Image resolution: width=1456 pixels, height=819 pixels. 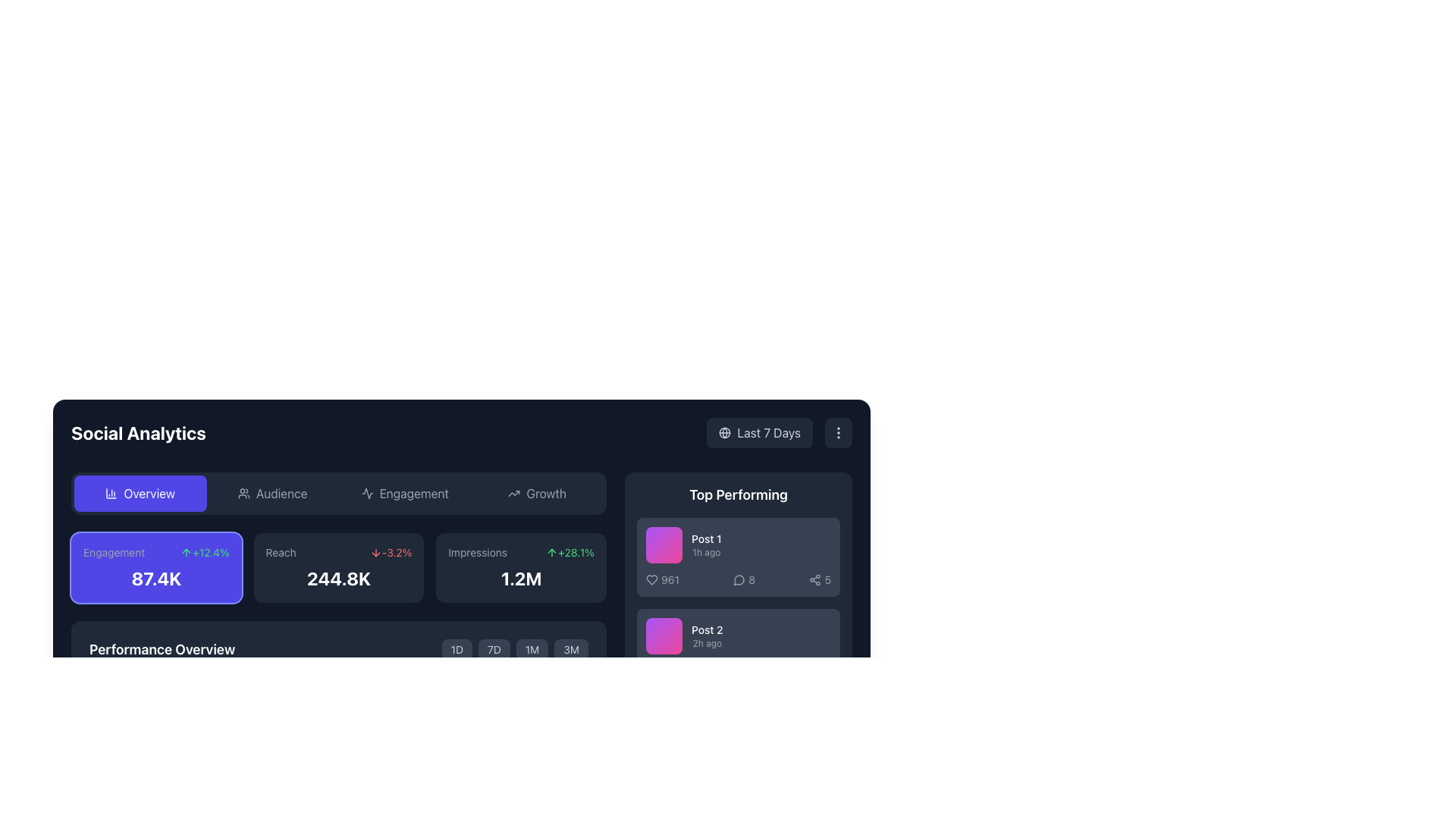 I want to click on the leftmost vertical bar of the column chart icon, which is part of an SVG graphic in the navigation or header bar, so click(x=111, y=494).